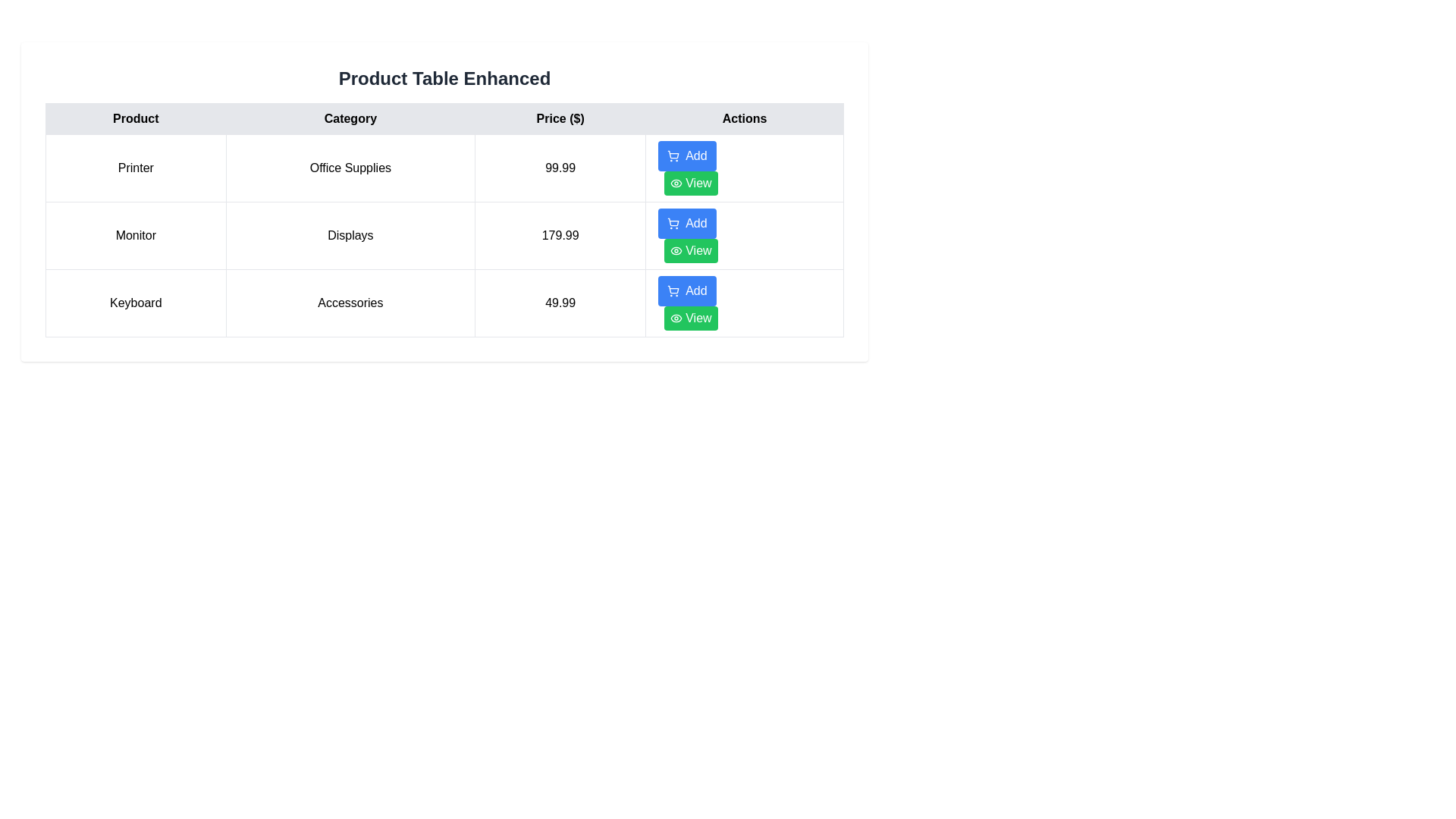 The image size is (1456, 819). Describe the element at coordinates (560, 236) in the screenshot. I see `the static text displaying the price '179.99' located in the 'Monitor' row and third column under the 'Price ($)' header` at that location.